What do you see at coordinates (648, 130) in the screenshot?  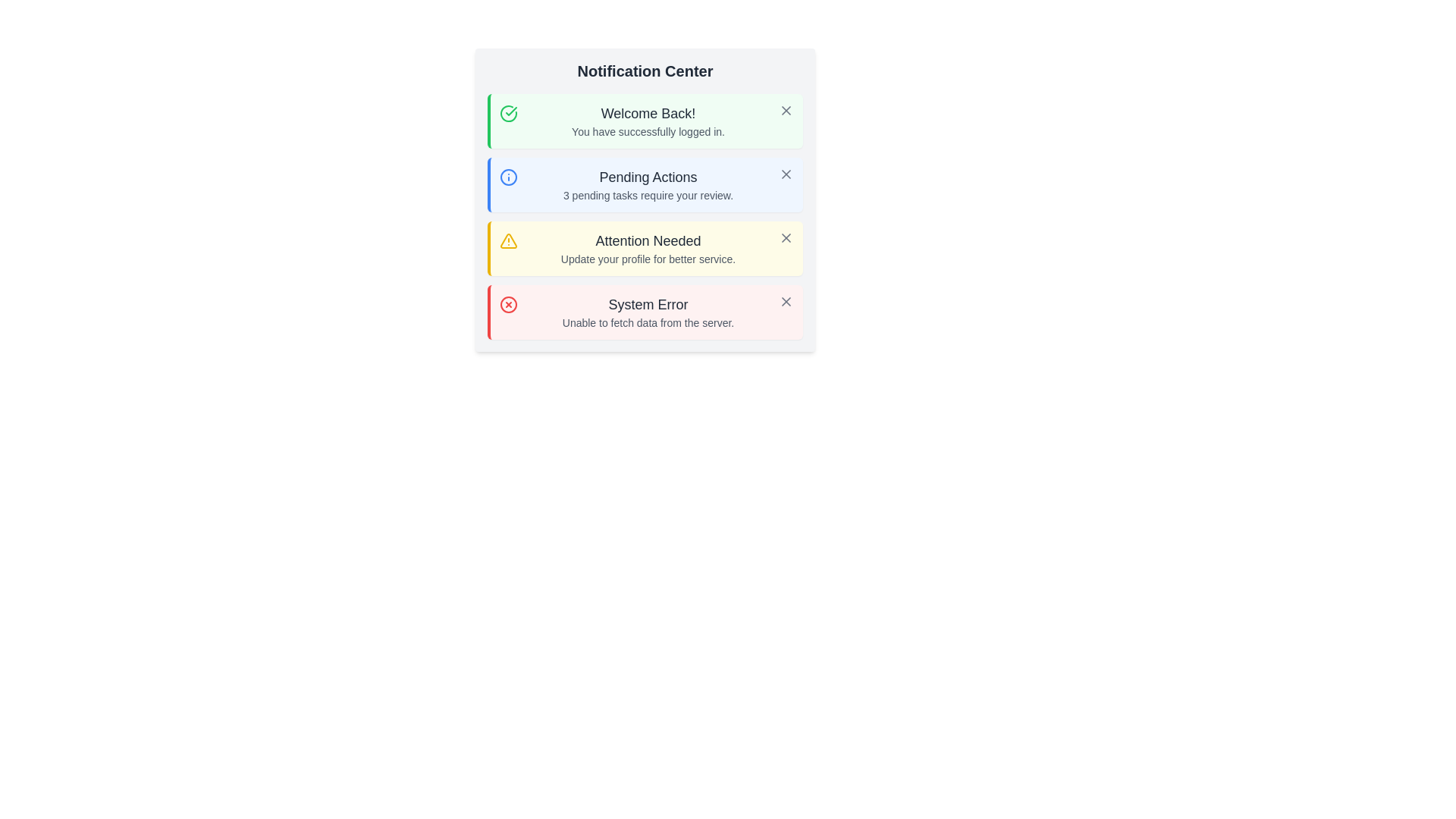 I see `the static text element that displays 'You have successfully logged in.' located under the 'Welcome Back!' header in the green notification card` at bounding box center [648, 130].